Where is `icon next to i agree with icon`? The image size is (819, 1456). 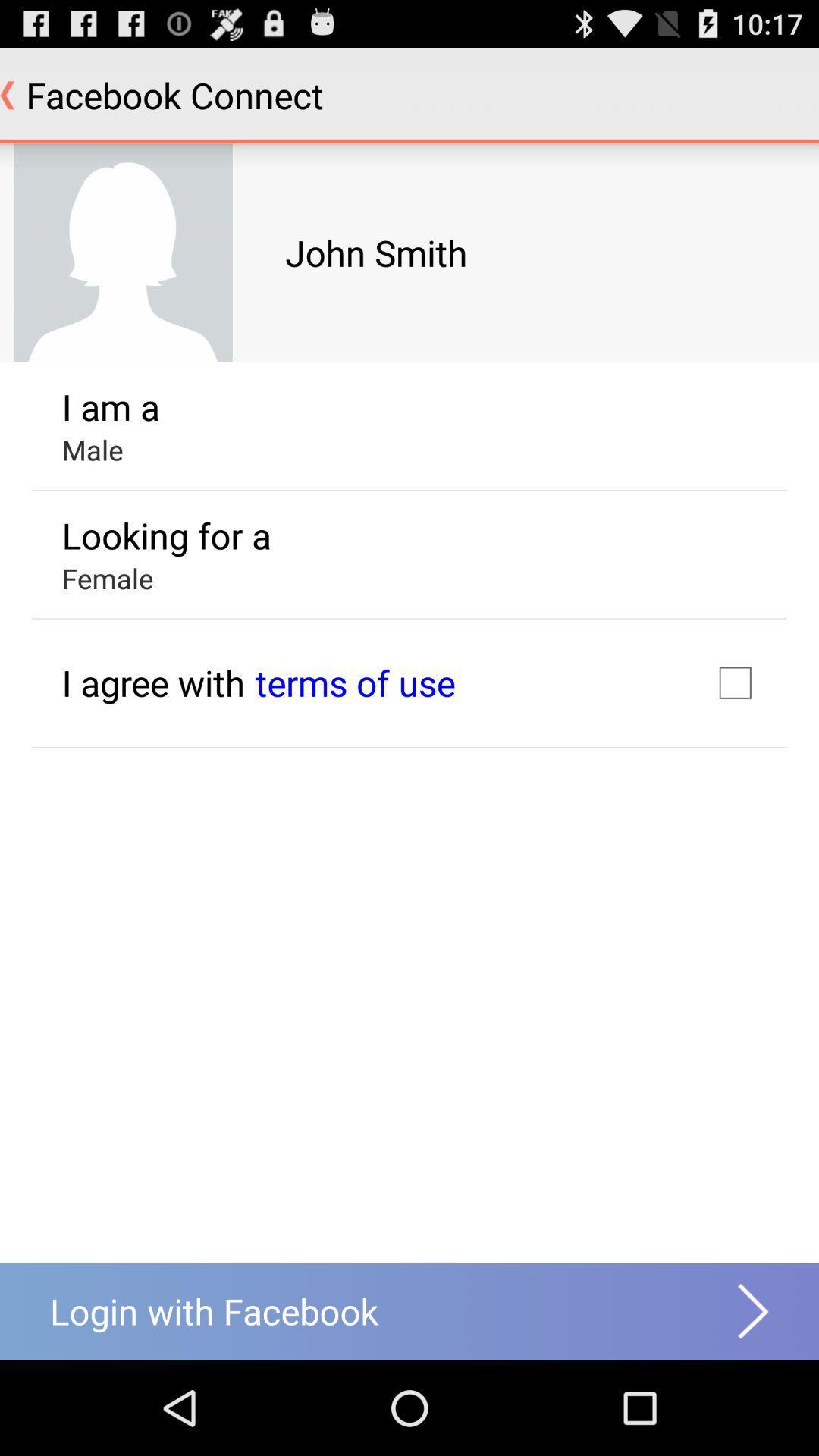 icon next to i agree with icon is located at coordinates (355, 682).